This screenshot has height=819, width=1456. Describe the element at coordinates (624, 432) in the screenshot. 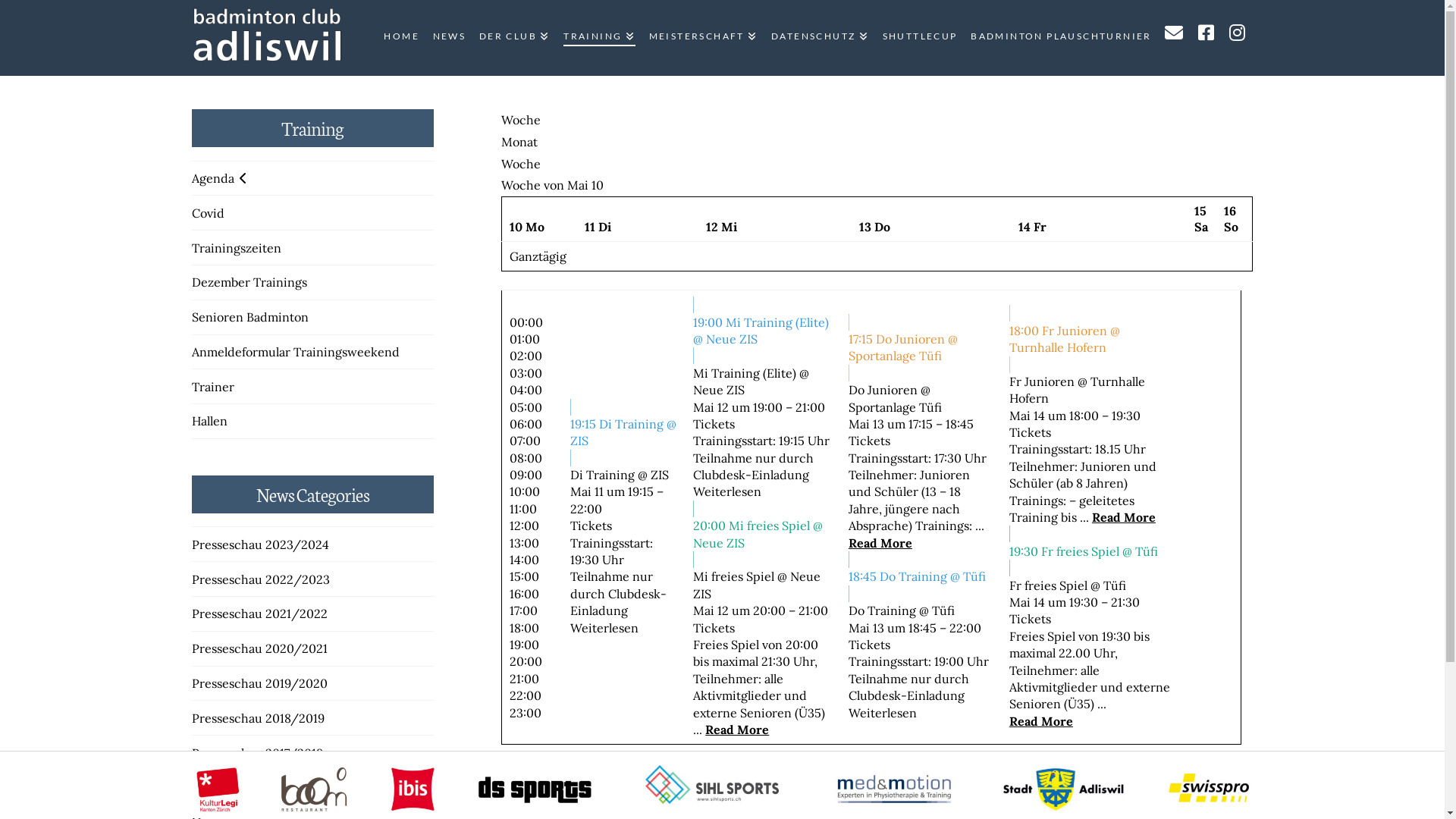

I see `'19:15 Di Training @ ZIS'` at that location.